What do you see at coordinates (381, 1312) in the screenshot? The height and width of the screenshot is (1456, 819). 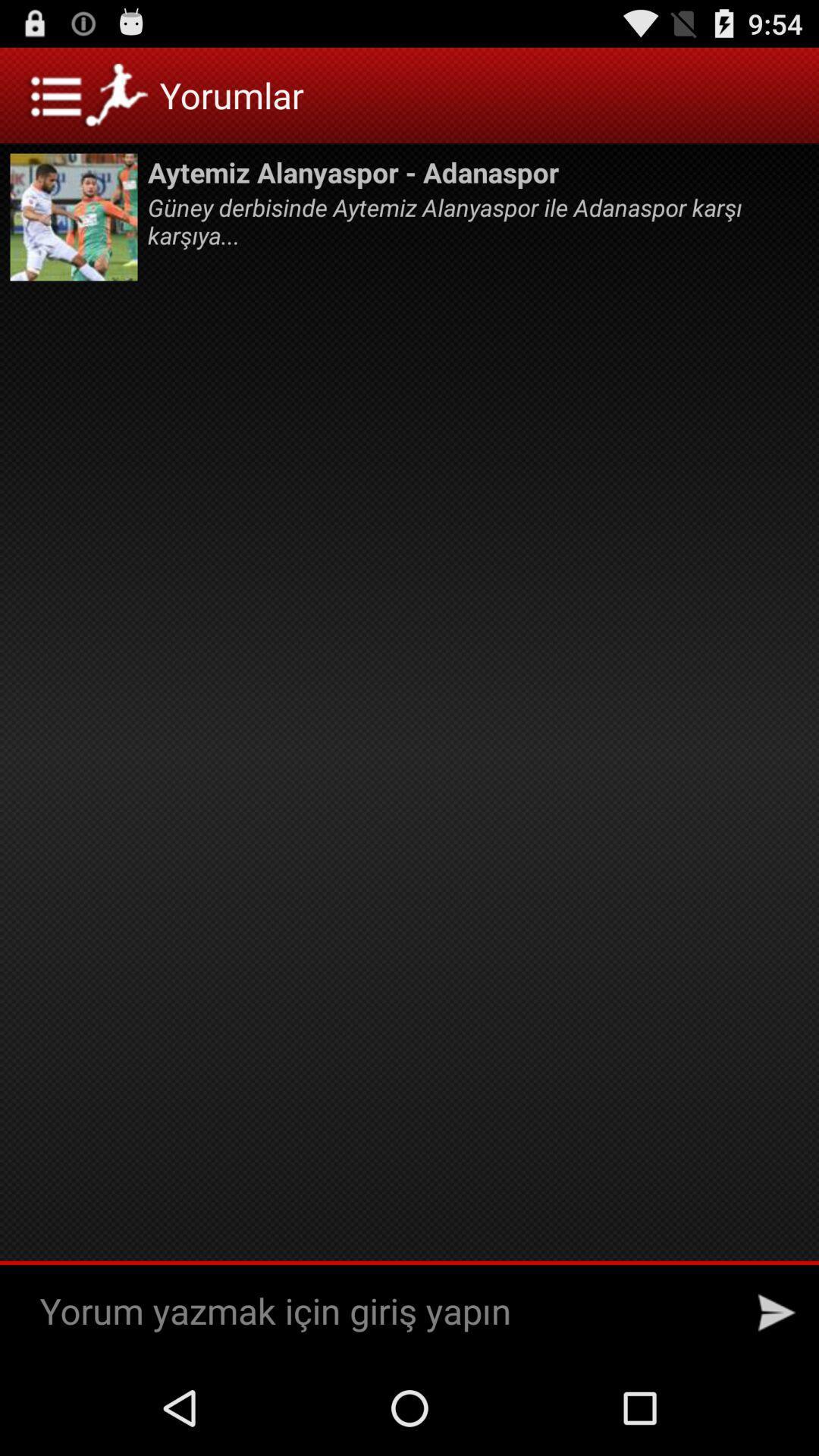 I see `write/comment area` at bounding box center [381, 1312].